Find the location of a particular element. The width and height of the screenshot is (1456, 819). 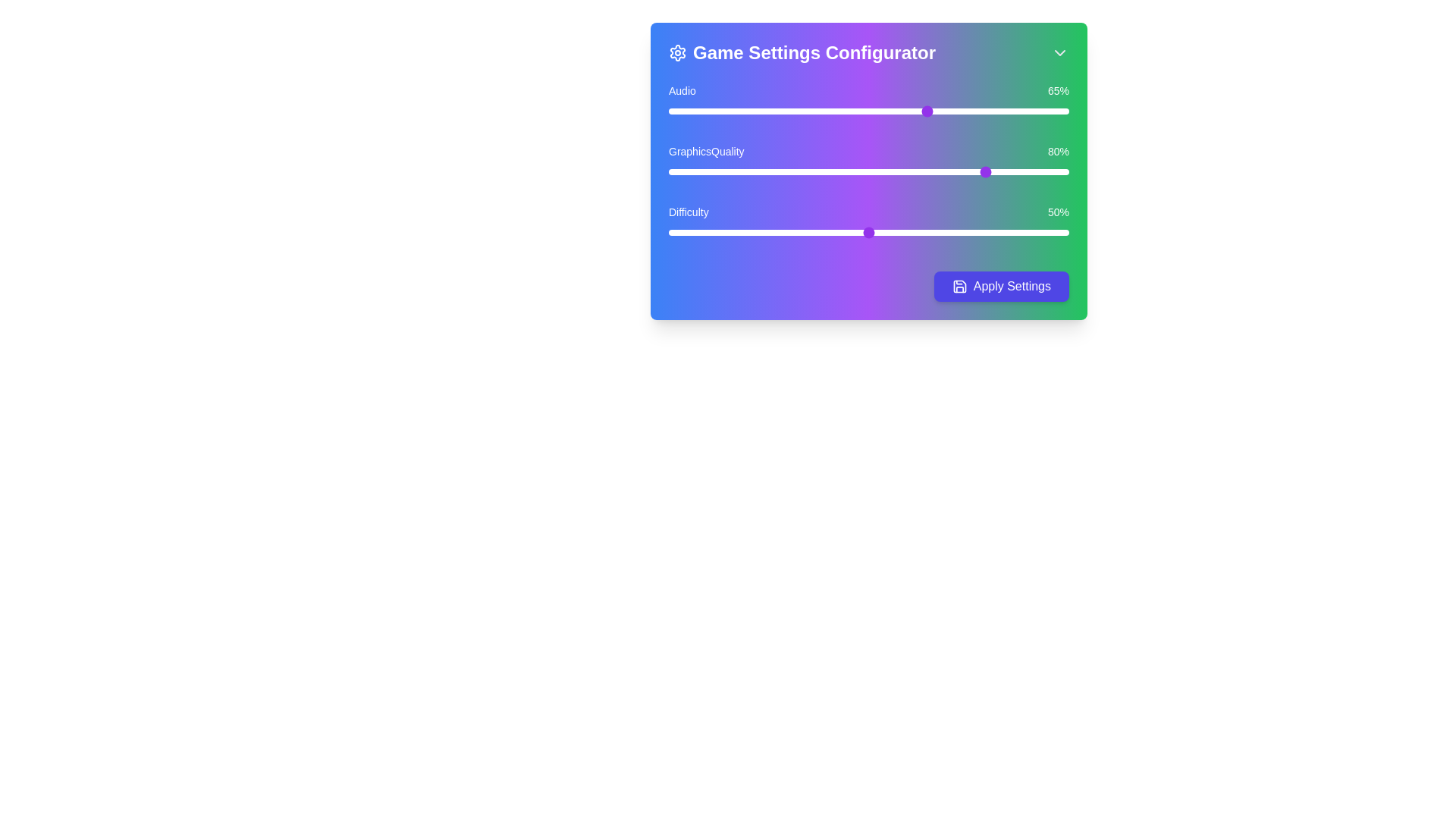

the save icon located within the 'Apply Settings' button, which is styled with a thin outline and modern minimalist design is located at coordinates (959, 287).